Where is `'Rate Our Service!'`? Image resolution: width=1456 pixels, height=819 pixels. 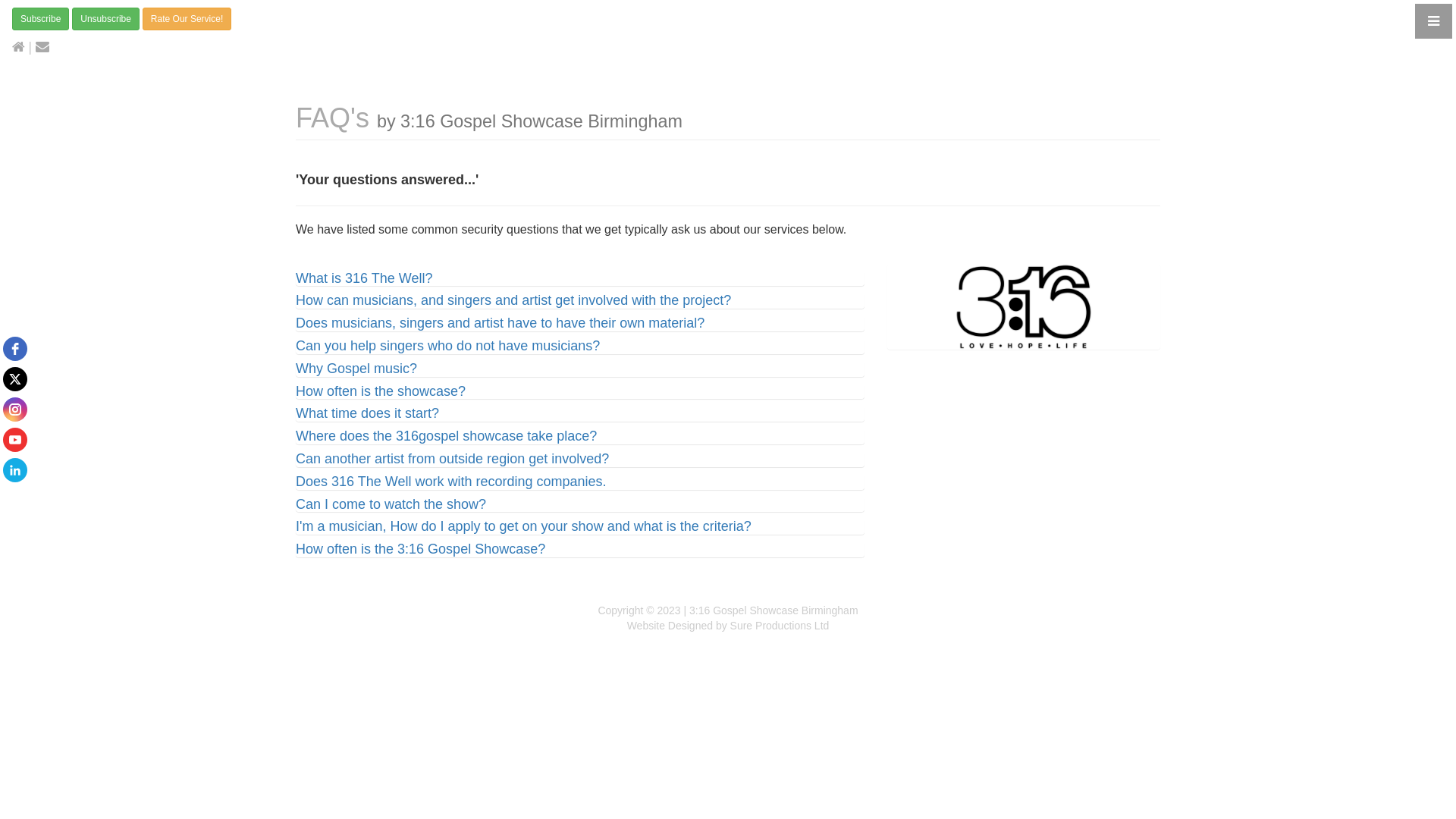
'Rate Our Service!' is located at coordinates (142, 18).